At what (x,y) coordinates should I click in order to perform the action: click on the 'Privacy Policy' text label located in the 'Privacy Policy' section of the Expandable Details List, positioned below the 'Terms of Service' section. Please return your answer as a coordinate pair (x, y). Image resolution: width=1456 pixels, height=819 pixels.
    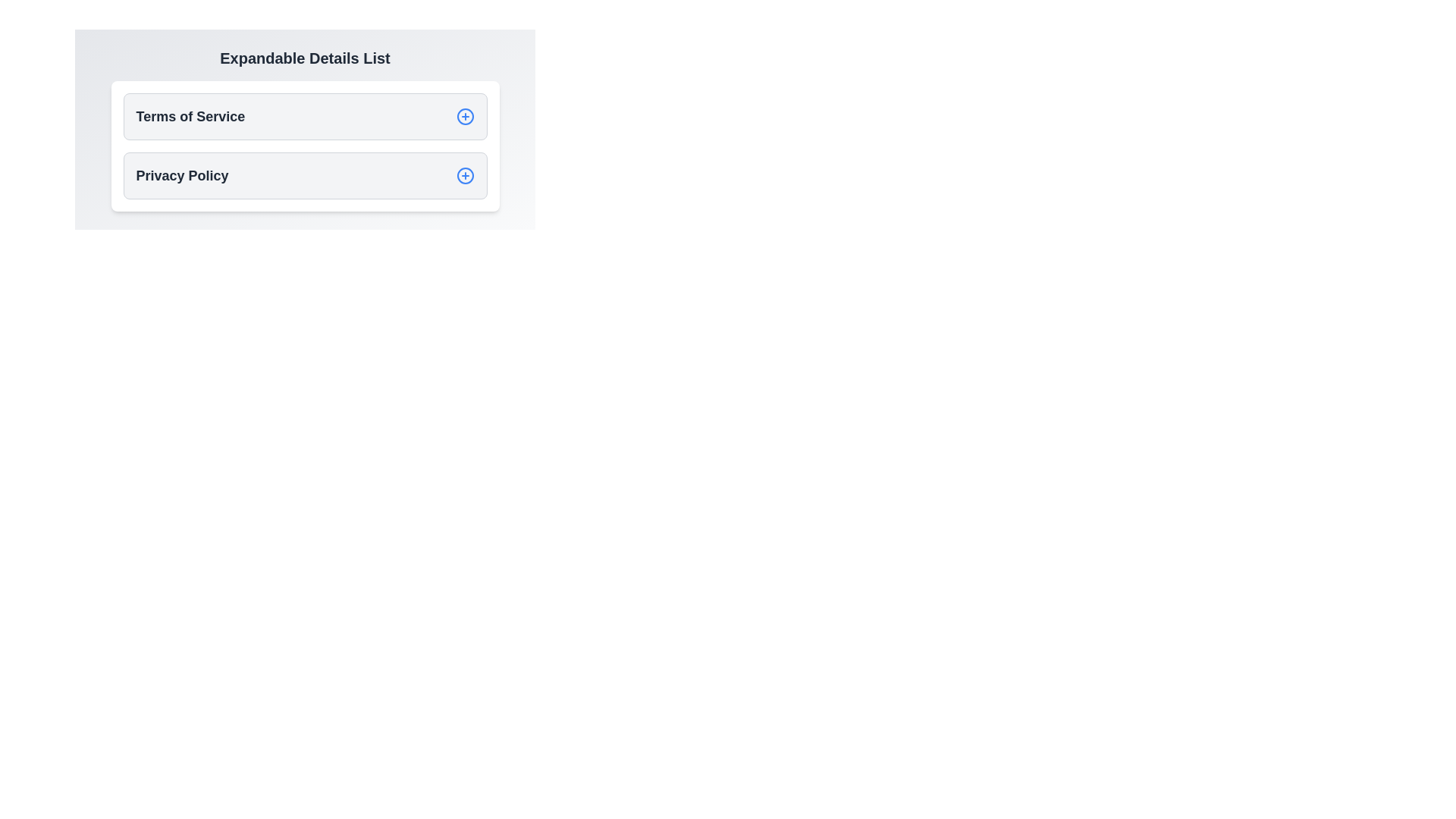
    Looking at the image, I should click on (182, 174).